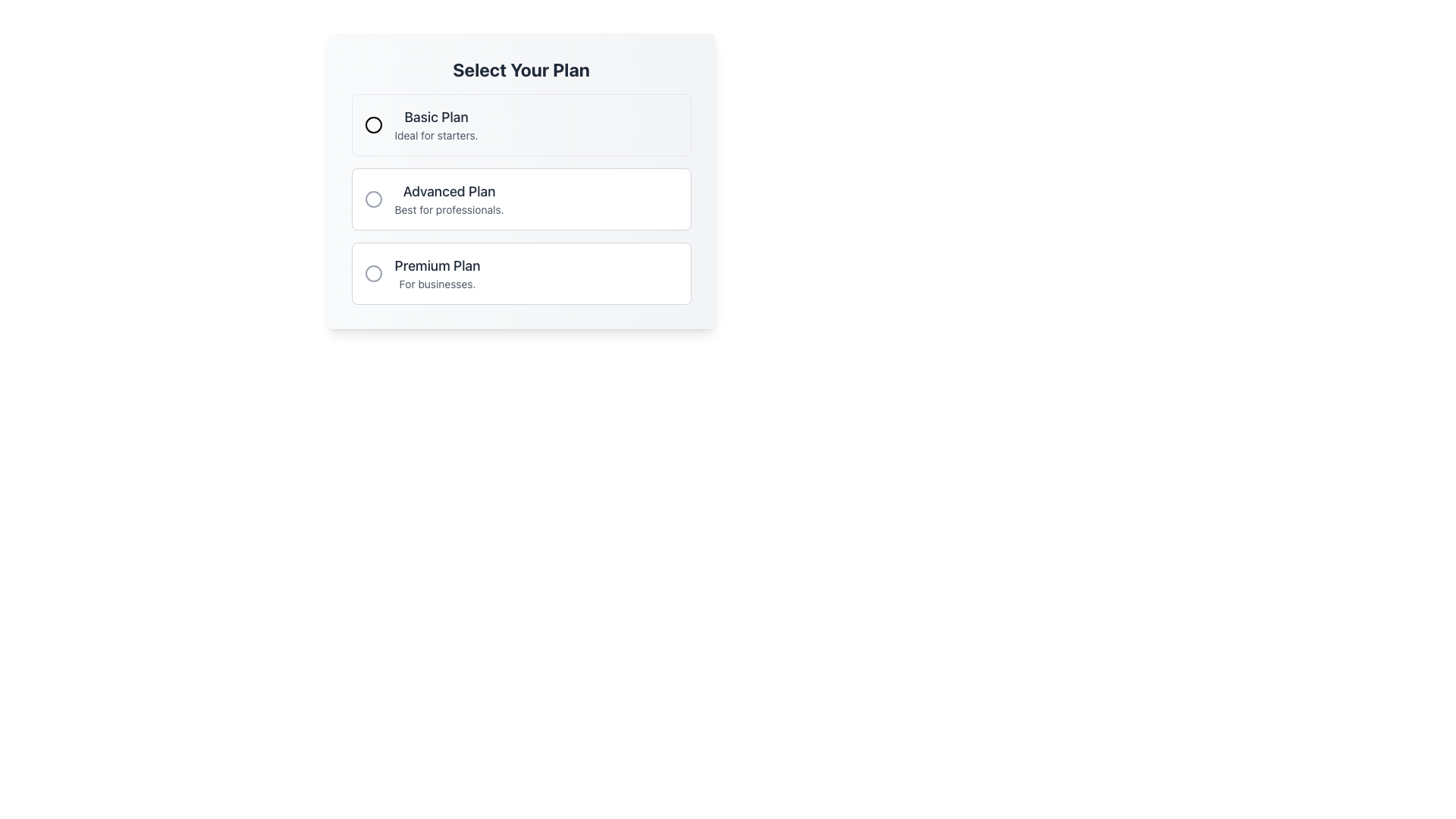 This screenshot has width=1456, height=819. Describe the element at coordinates (448, 210) in the screenshot. I see `the static text that describes the 'Advanced Plan', located directly beneath the 'Advanced Plan' heading in the second option block of the vertically aligned list of plans` at that location.